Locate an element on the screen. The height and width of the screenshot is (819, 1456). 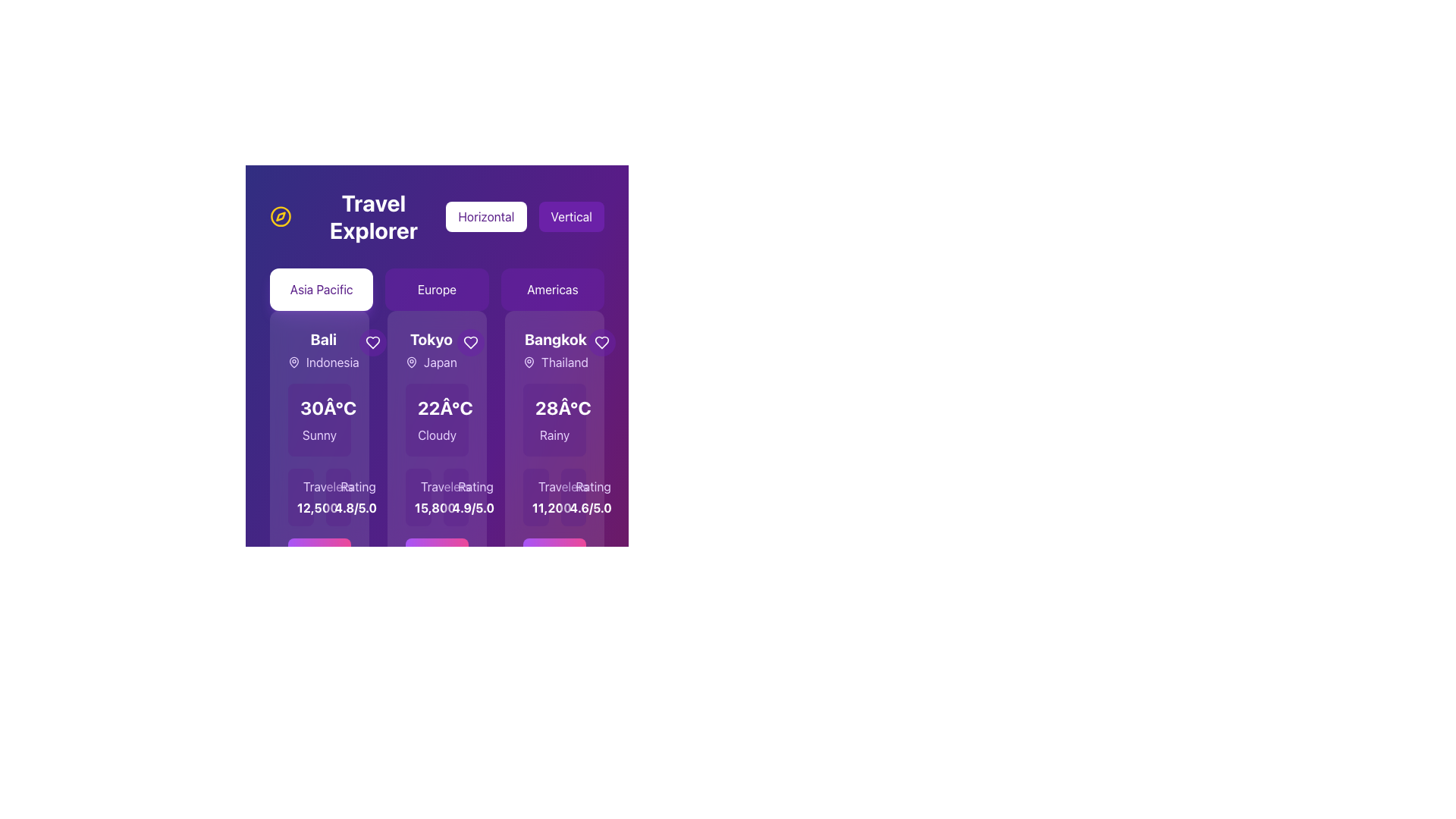
the text label displaying the current temperature for Bangkok, Thailand, which is located in the middle section of the weather card above the descriptor 'Rainy' and below the 'Bangkok' title is located at coordinates (562, 406).